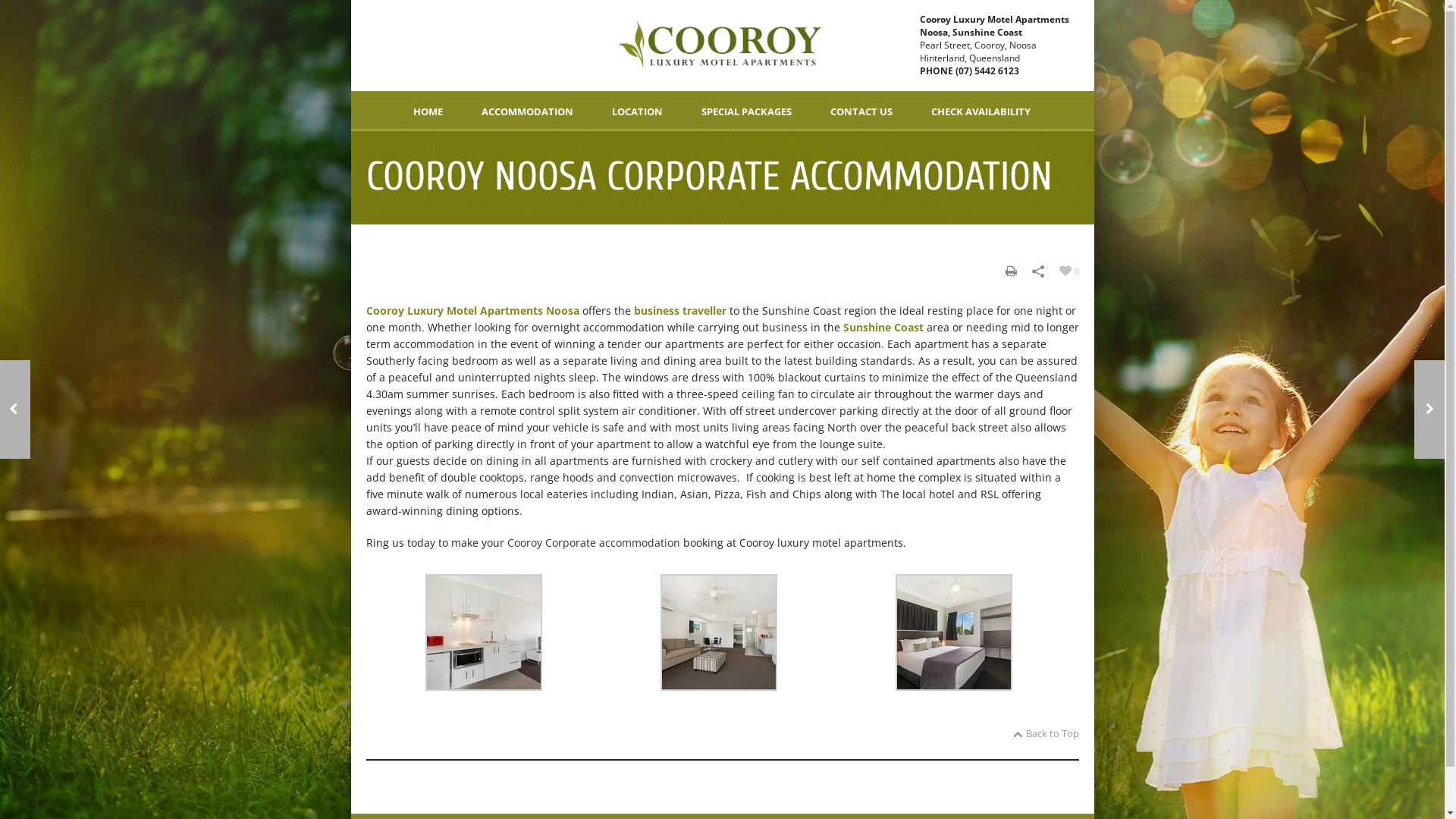 The height and width of the screenshot is (819, 1456). What do you see at coordinates (1058, 269) in the screenshot?
I see `'0'` at bounding box center [1058, 269].